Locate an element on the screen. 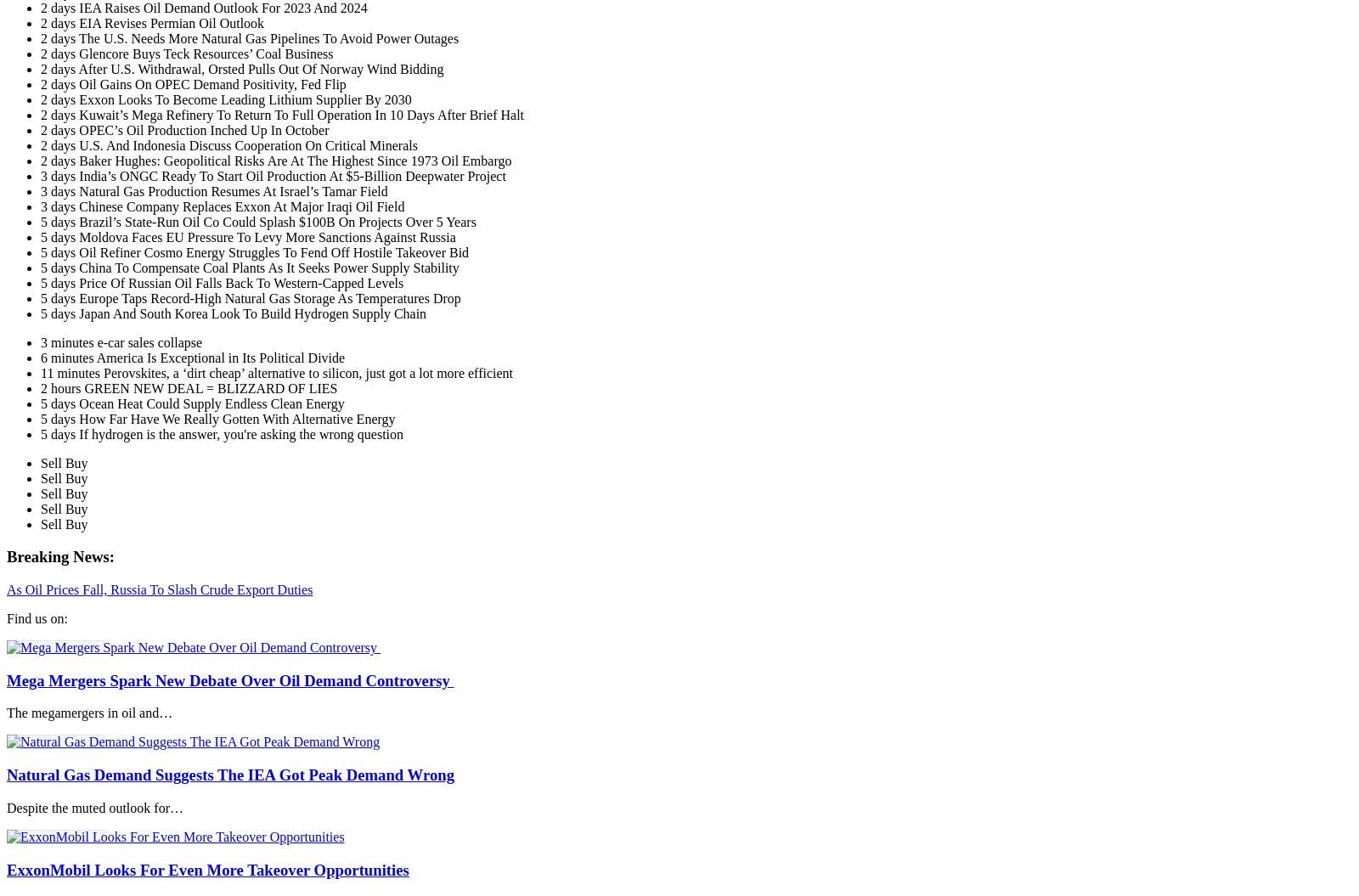 Image resolution: width=1359 pixels, height=896 pixels. 'Japan And South Korea Look To Build Hydrogen Supply Chain' is located at coordinates (252, 313).